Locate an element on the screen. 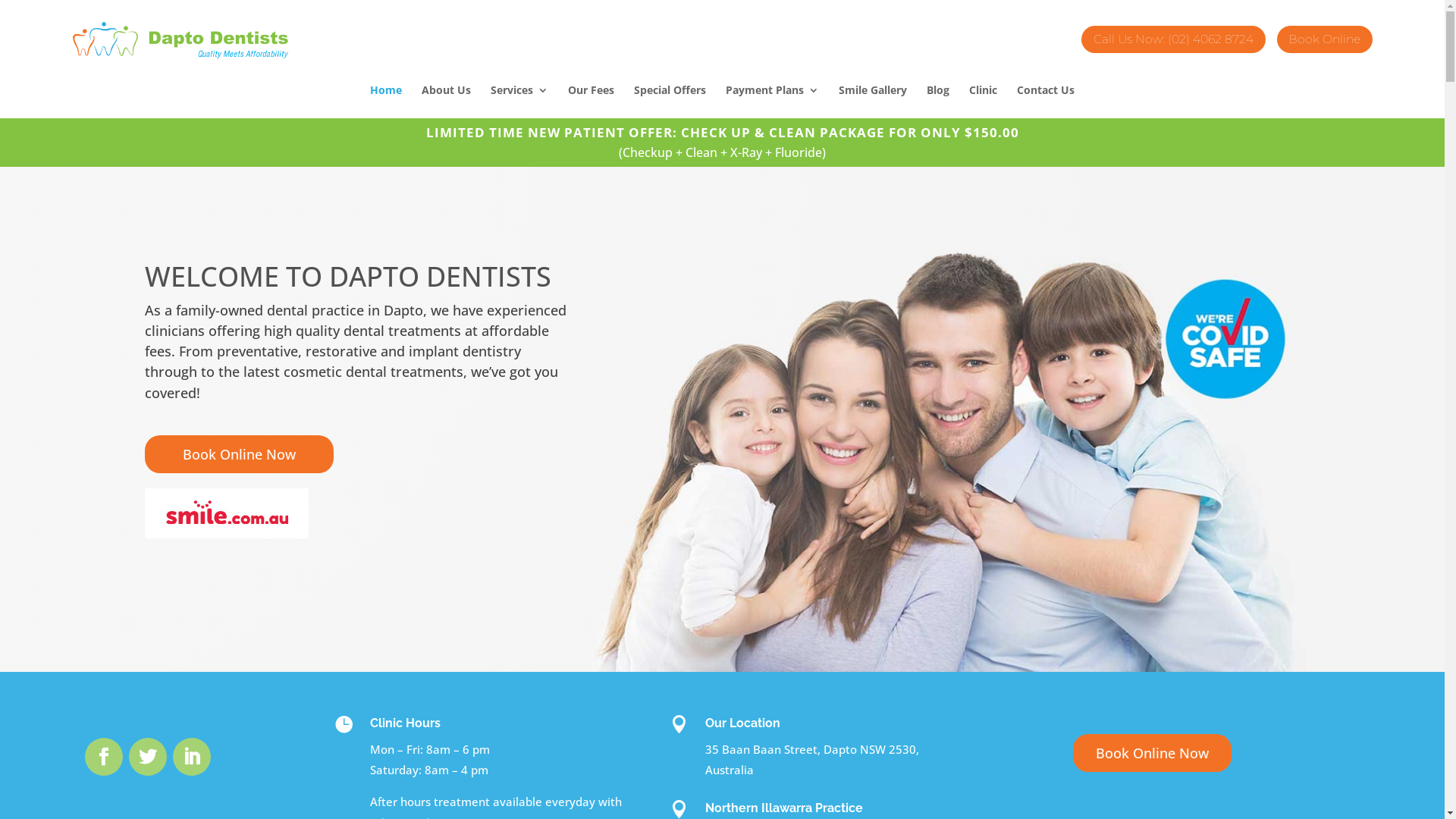  'Follow on Twitter' is located at coordinates (148, 755).